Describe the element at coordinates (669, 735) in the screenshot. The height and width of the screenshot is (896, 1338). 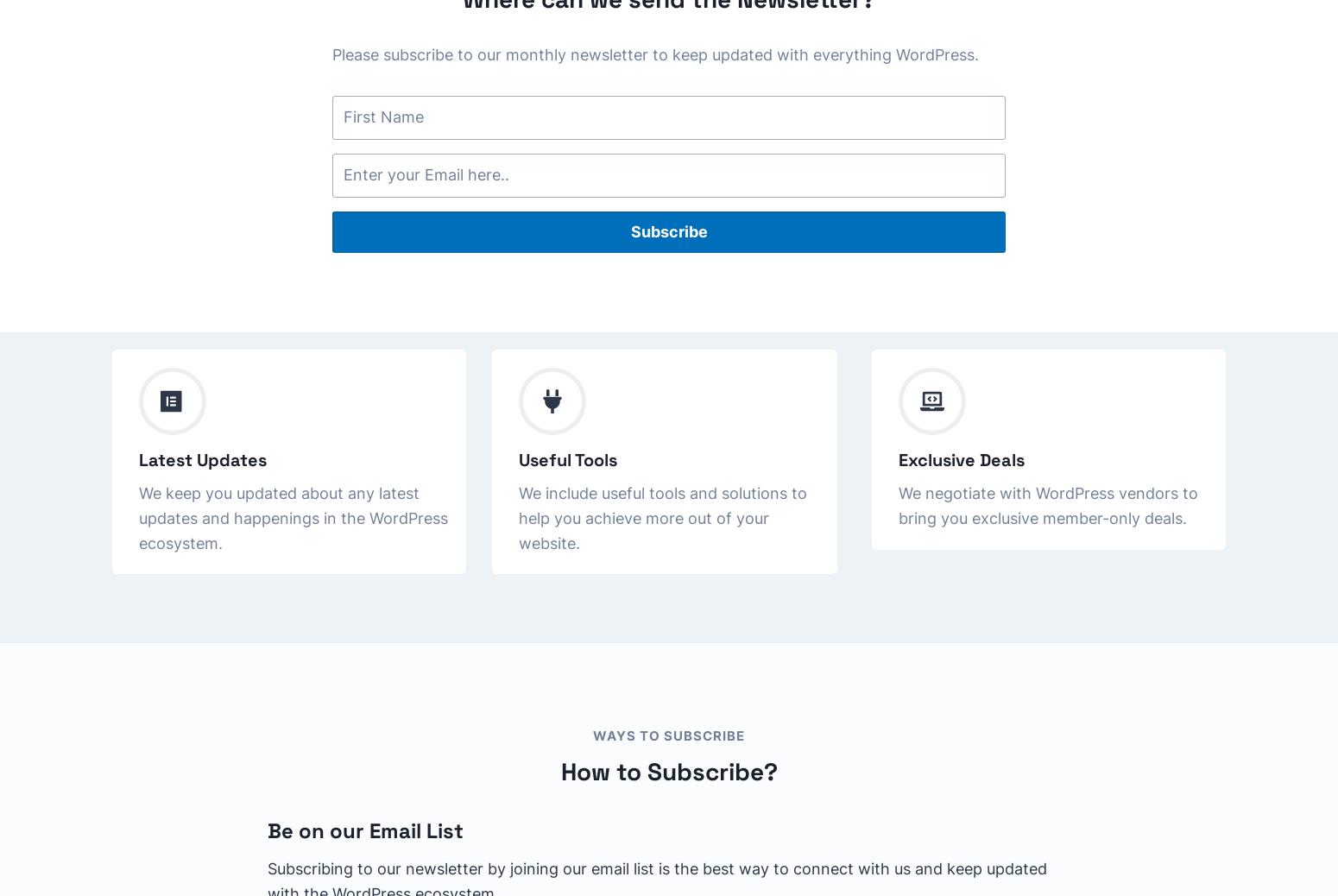
I see `'WAYS TO SUBSCRIBE'` at that location.